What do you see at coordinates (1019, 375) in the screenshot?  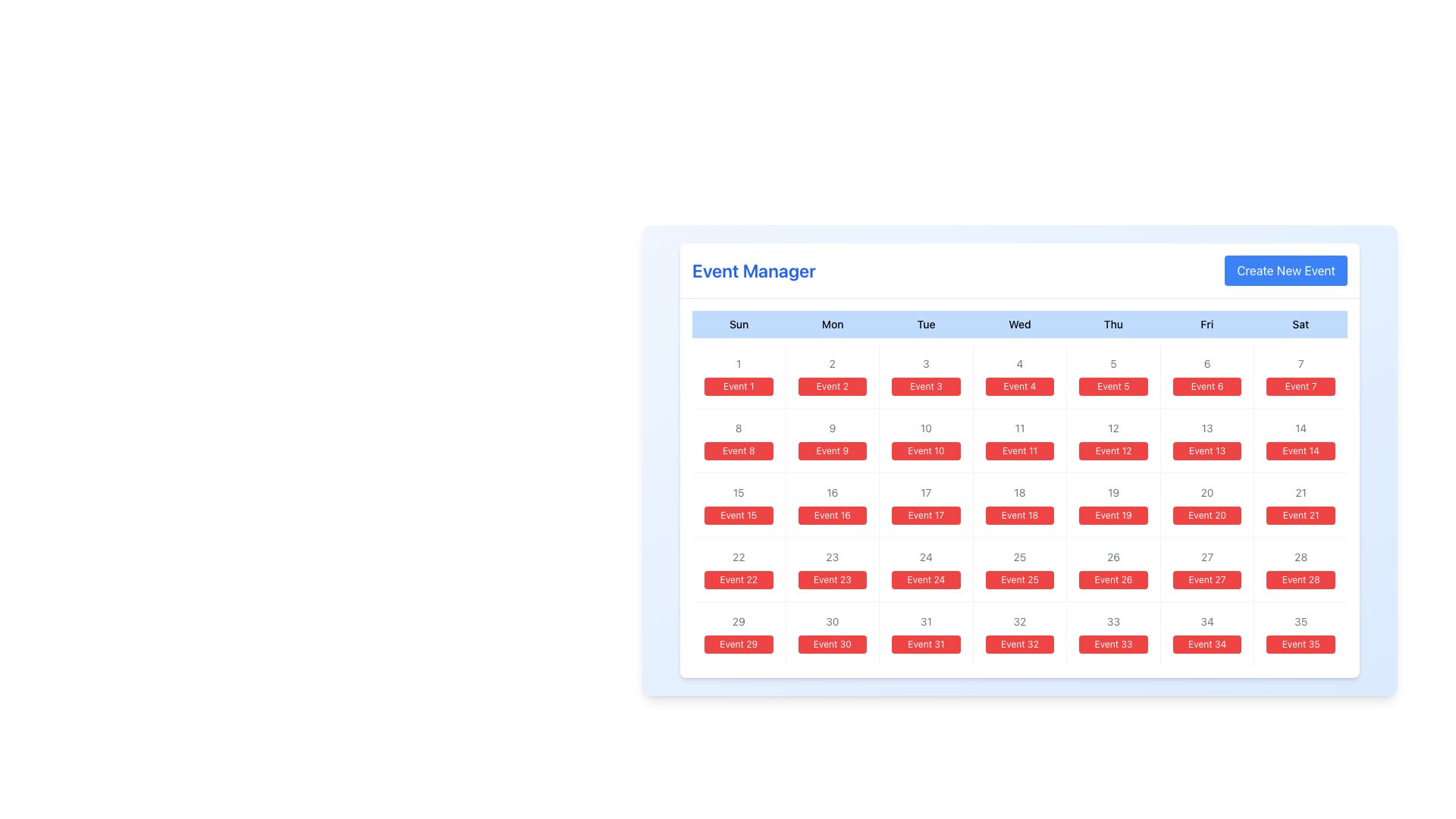 I see `the event button labeled 'Event 4' in the calendar view representing the fourth day under the 'Wed' header` at bounding box center [1019, 375].